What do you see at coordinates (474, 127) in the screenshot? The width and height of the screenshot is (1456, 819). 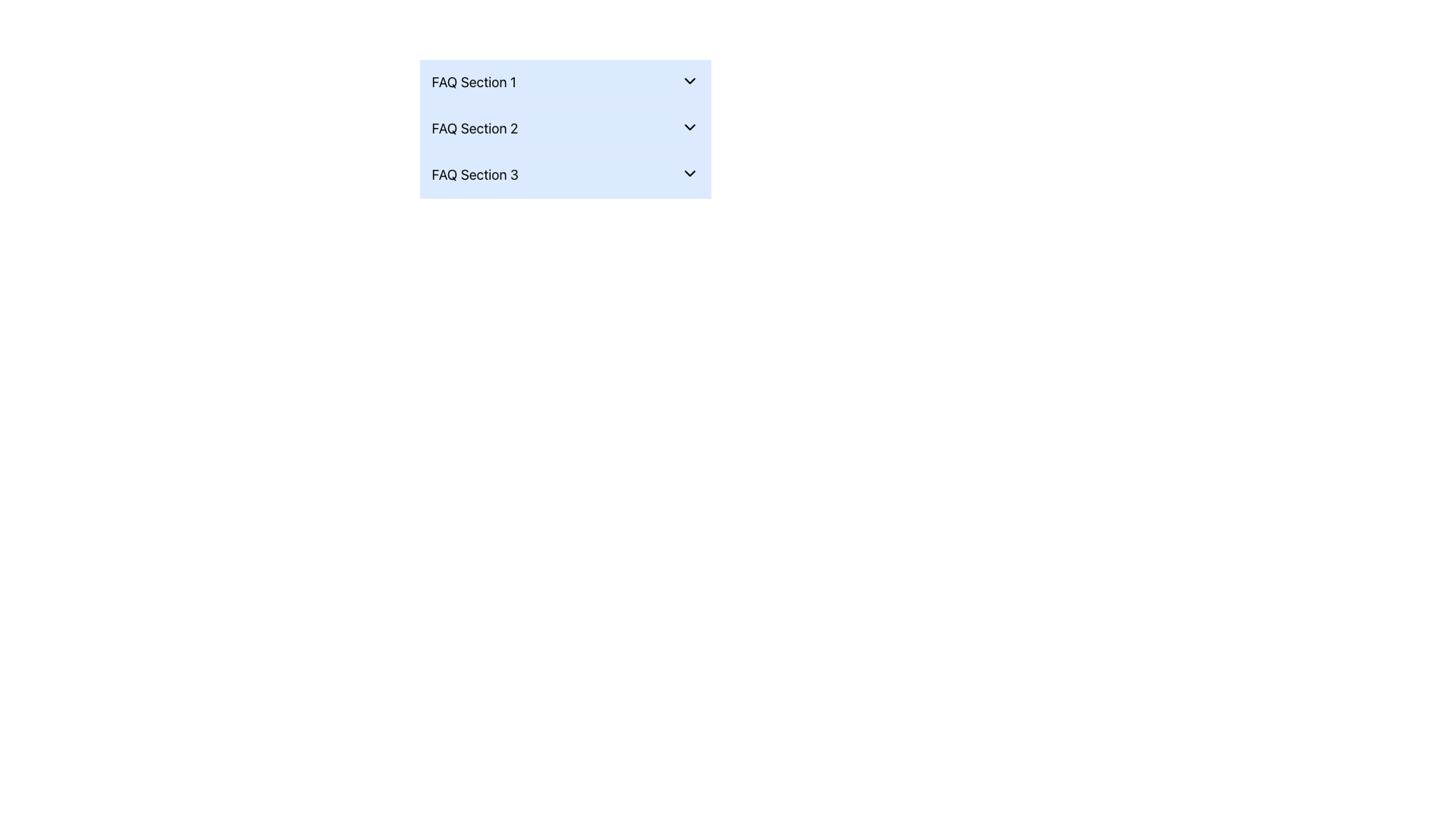 I see `the 'FAQ Section 2' text label, which is displayed in bold black font against a light blue background and is part of the second menu item in the FAQ sections list` at bounding box center [474, 127].